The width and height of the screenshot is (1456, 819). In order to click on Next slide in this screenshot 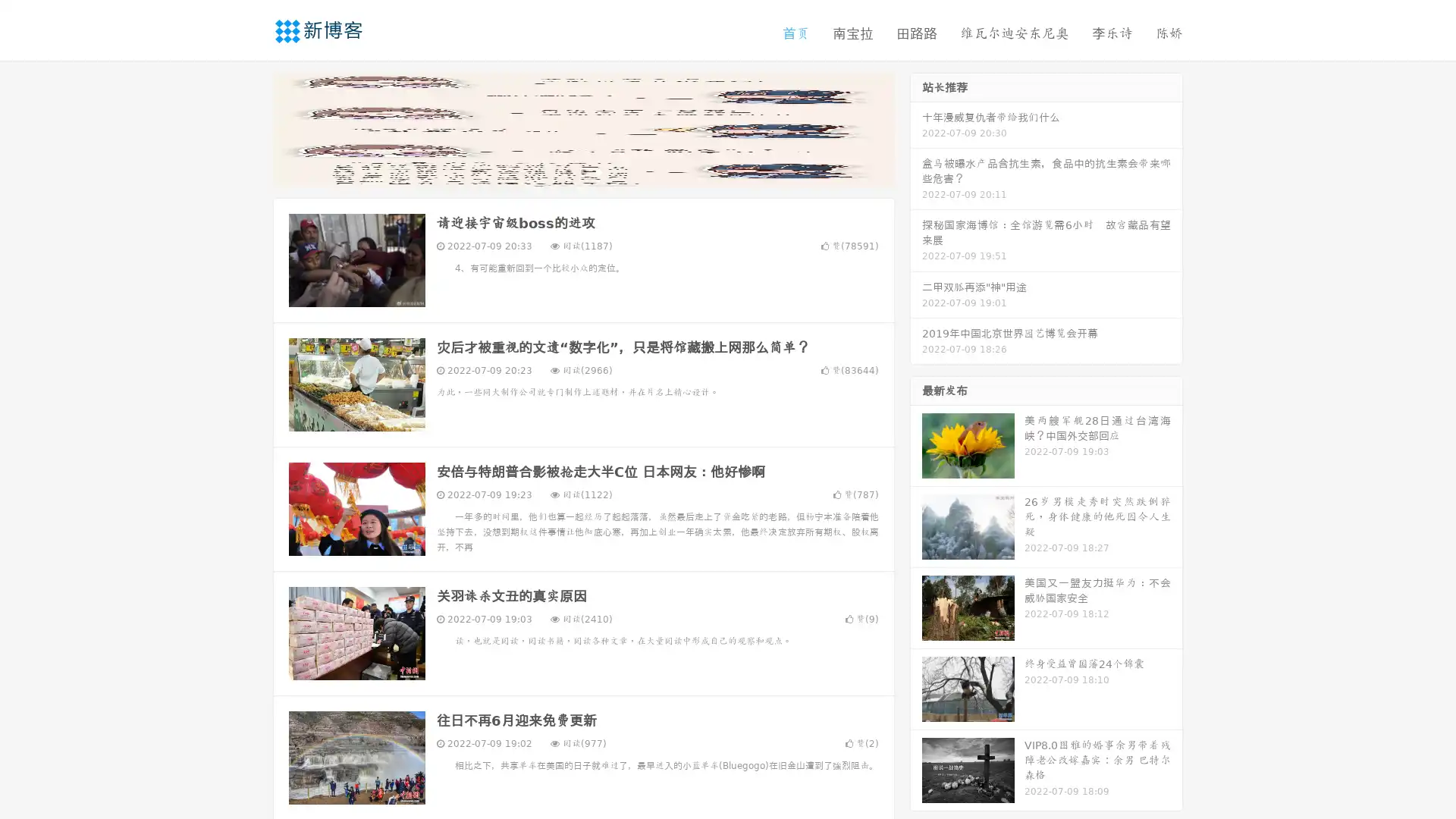, I will do `click(916, 127)`.